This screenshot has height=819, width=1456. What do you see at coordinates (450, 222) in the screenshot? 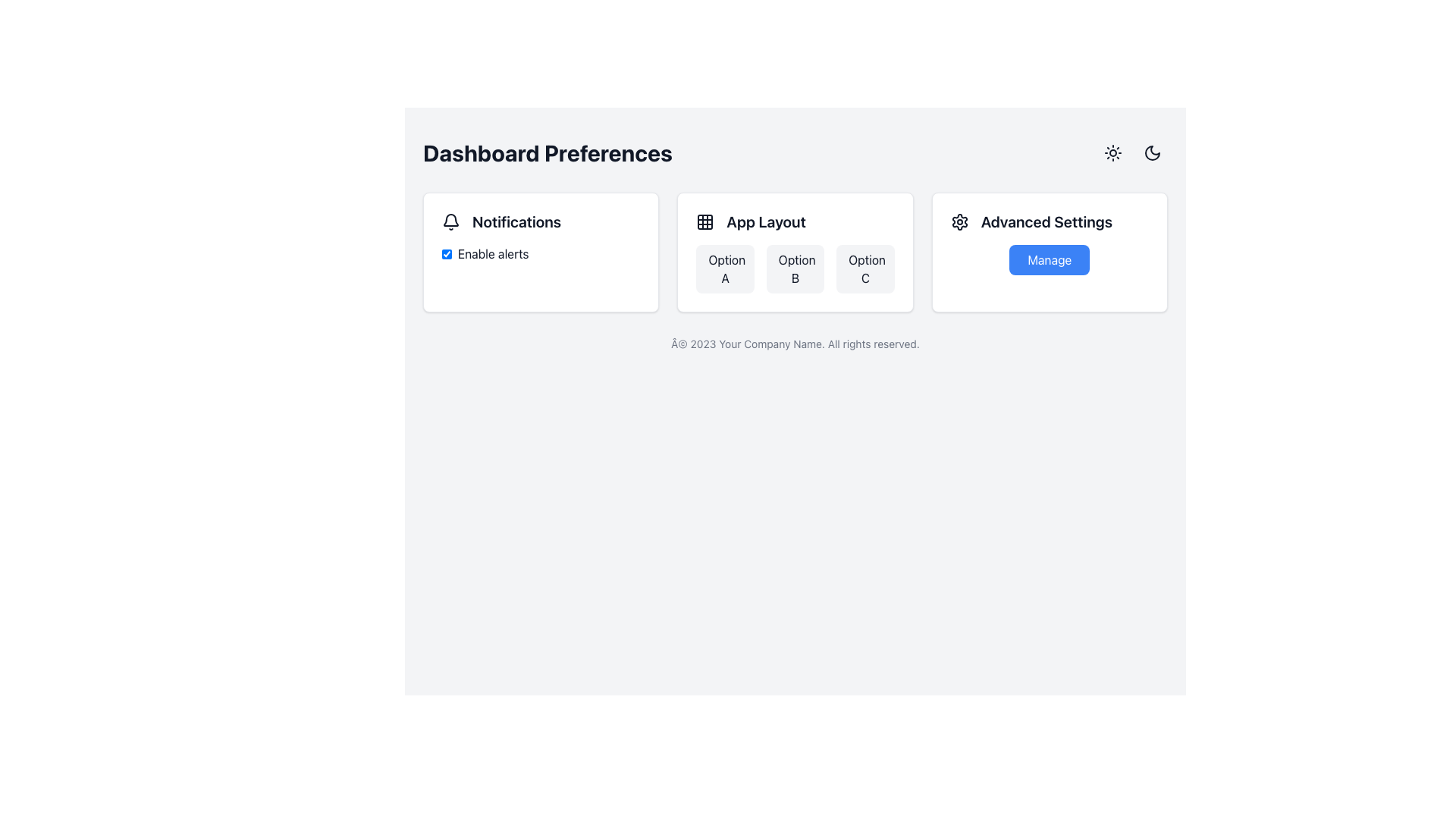
I see `the bell icon representing notifications, located in the 'Notifications' group on the leftmost card of the interface` at bounding box center [450, 222].